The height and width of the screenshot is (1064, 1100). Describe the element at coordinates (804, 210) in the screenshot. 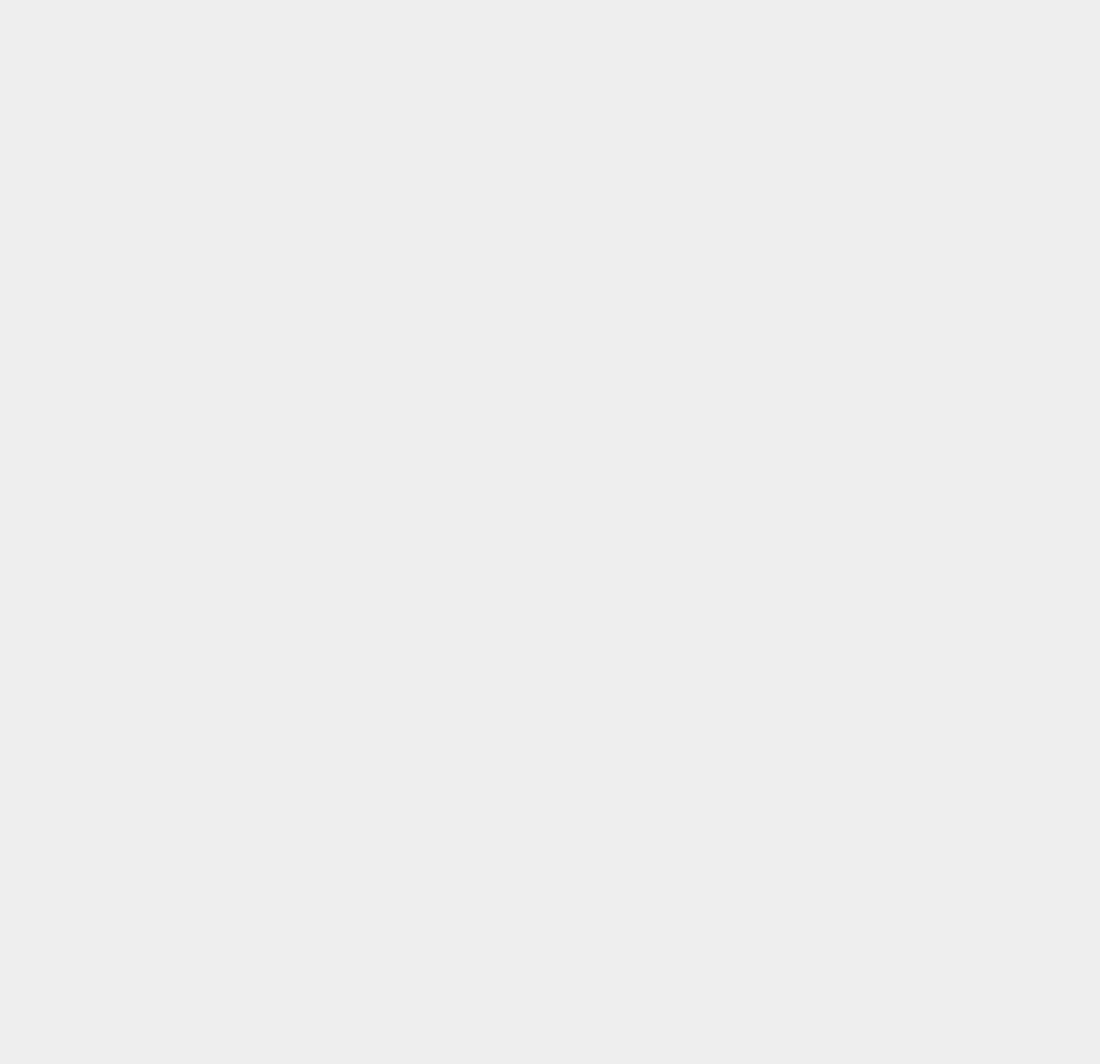

I see `'Logitech'` at that location.